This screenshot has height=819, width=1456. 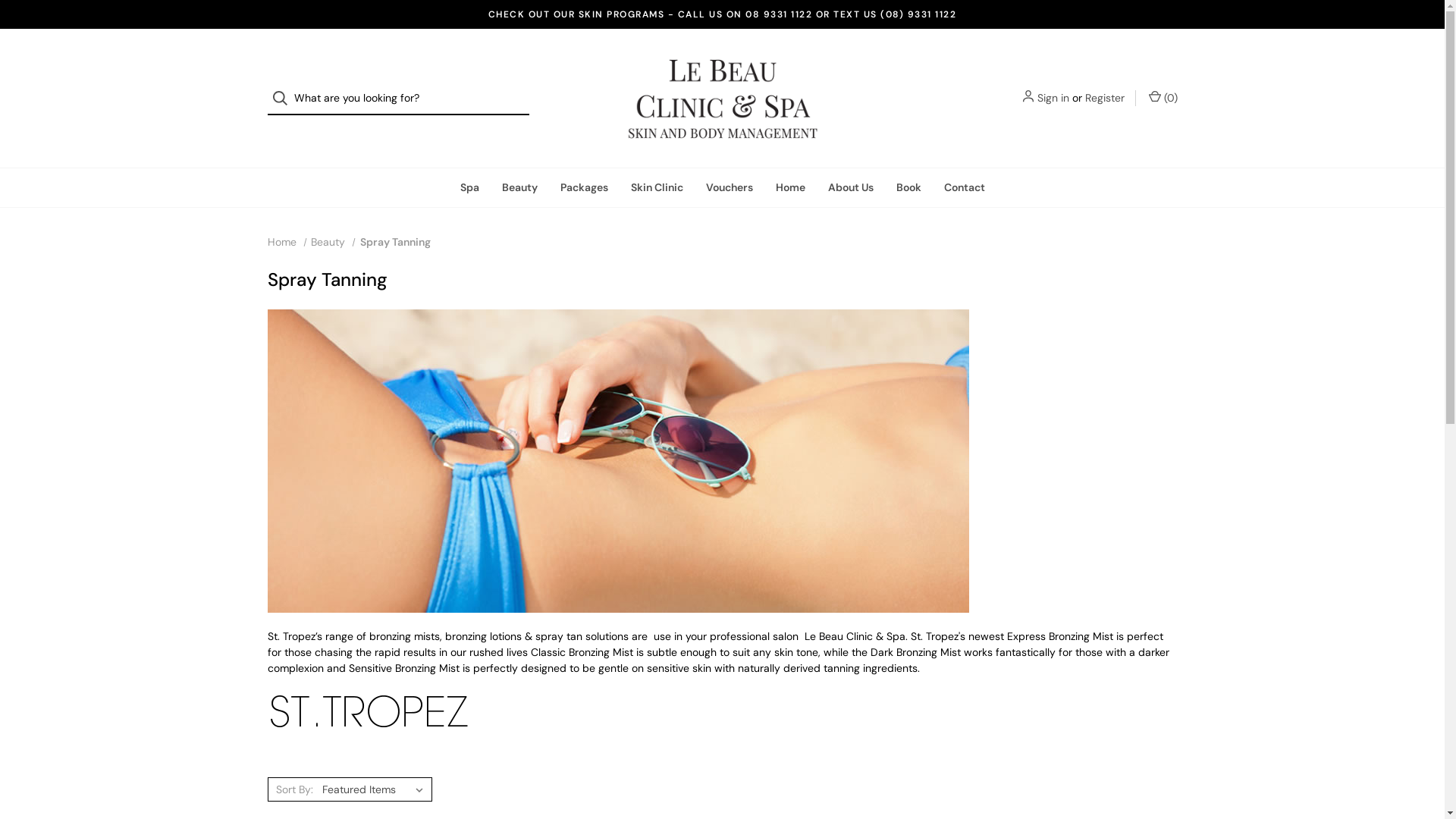 What do you see at coordinates (368, 711) in the screenshot?
I see `'st-tropez-self-tan.png'` at bounding box center [368, 711].